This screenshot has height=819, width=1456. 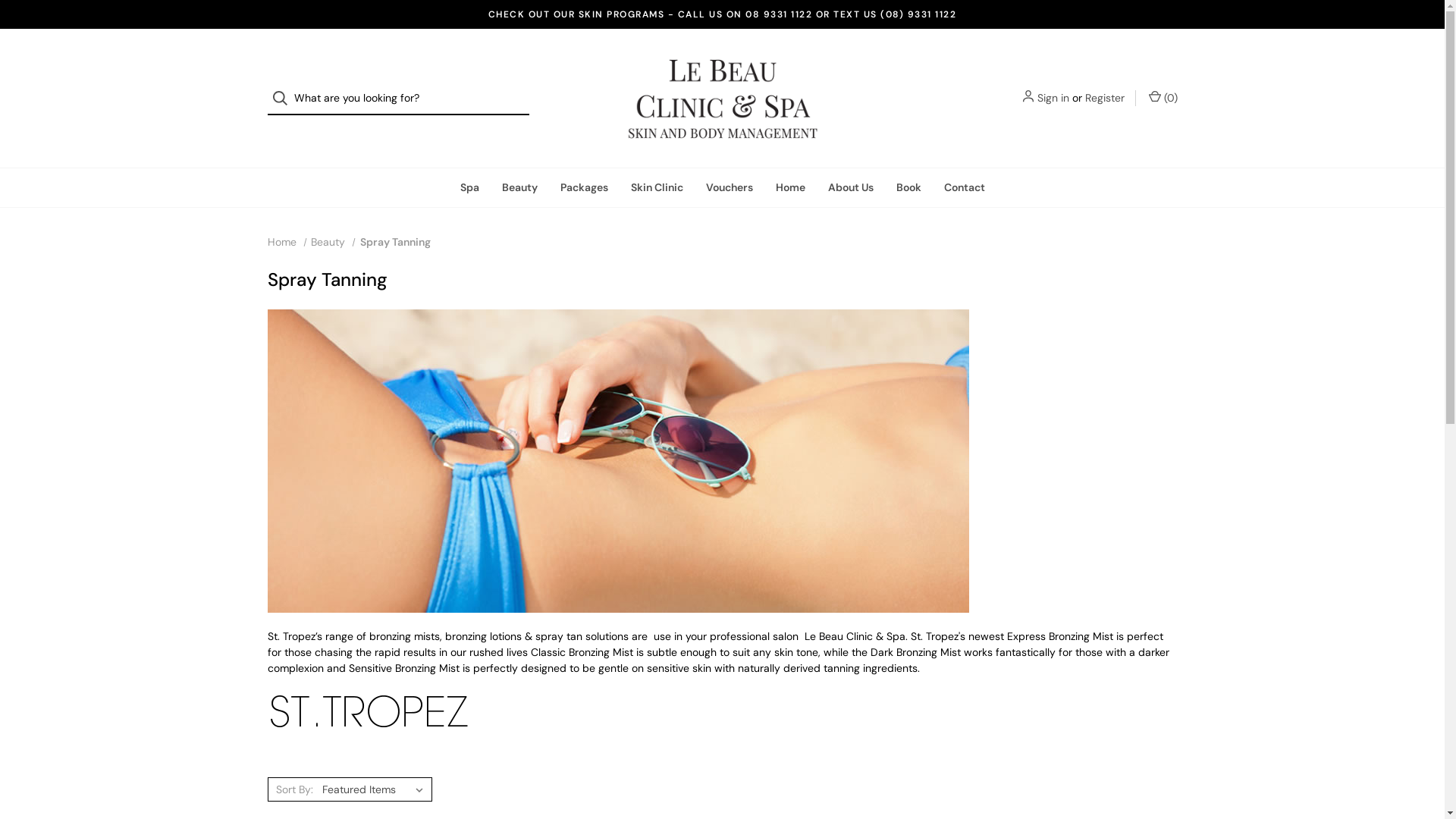 What do you see at coordinates (368, 711) in the screenshot?
I see `'st-tropez-self-tan.png'` at bounding box center [368, 711].